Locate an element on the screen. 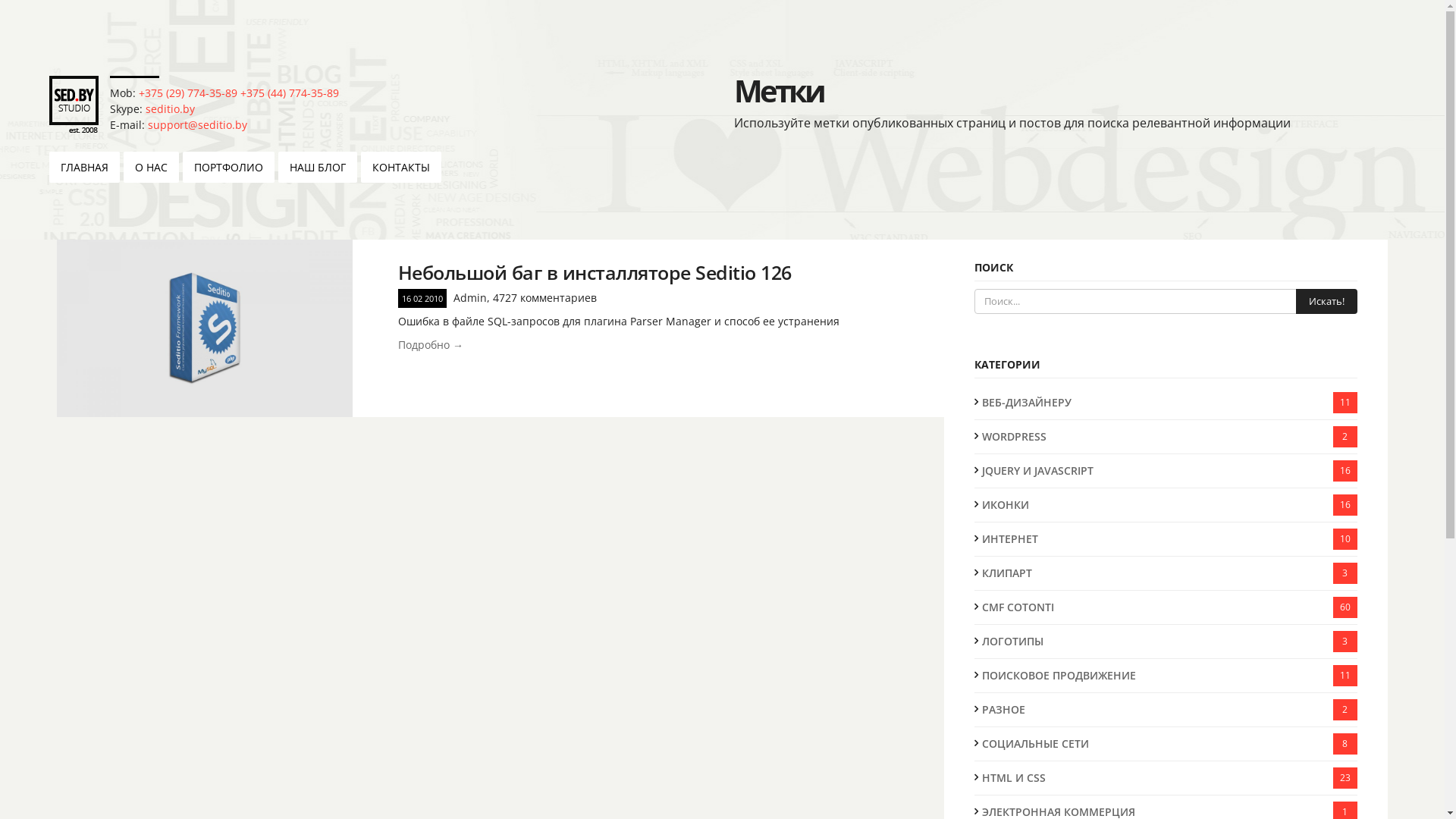 The width and height of the screenshot is (1456, 819). 'support@seditio.by' is located at coordinates (196, 124).